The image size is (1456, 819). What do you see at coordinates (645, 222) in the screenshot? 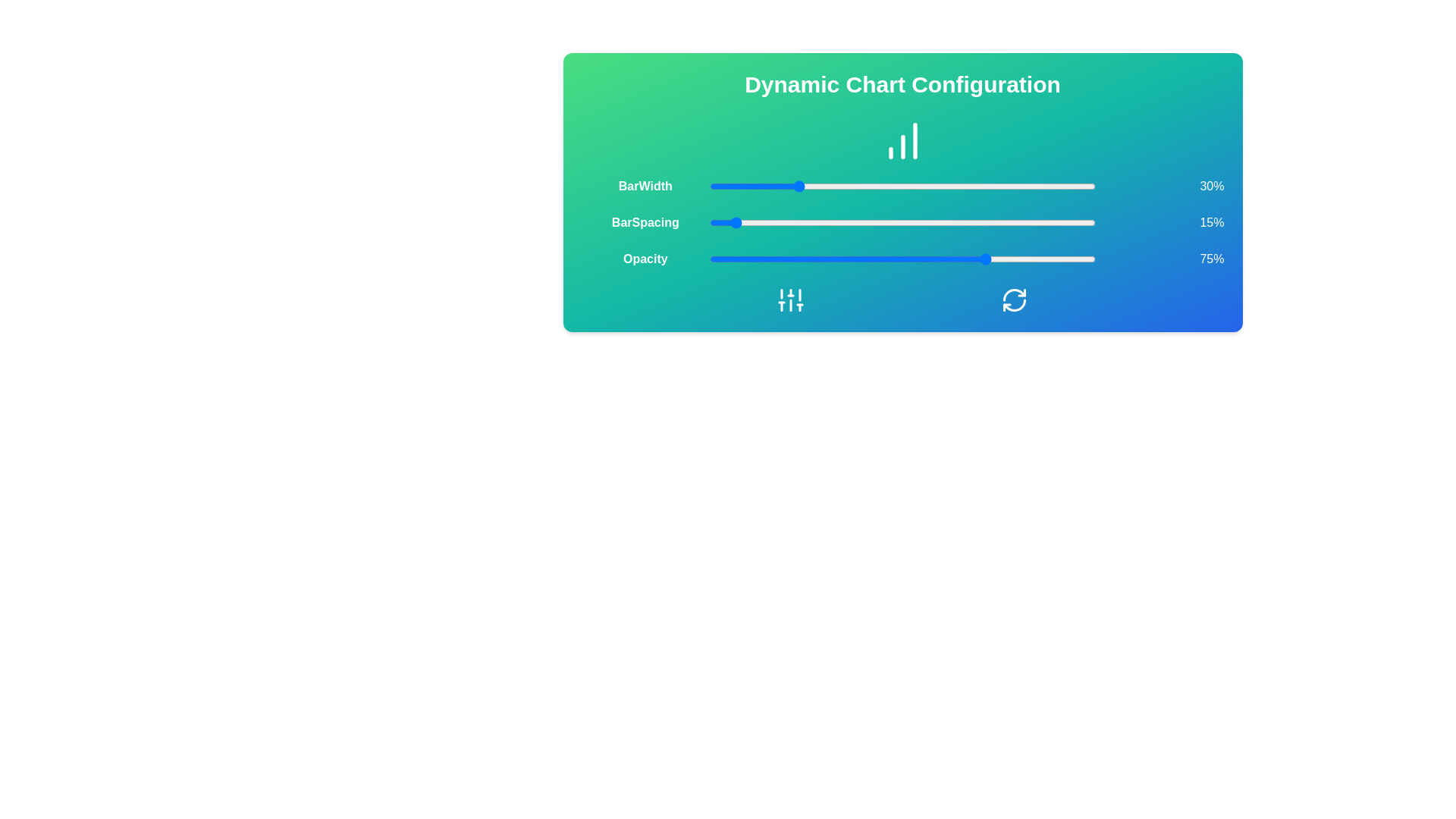
I see `the label BarSpacing to highlight it` at bounding box center [645, 222].